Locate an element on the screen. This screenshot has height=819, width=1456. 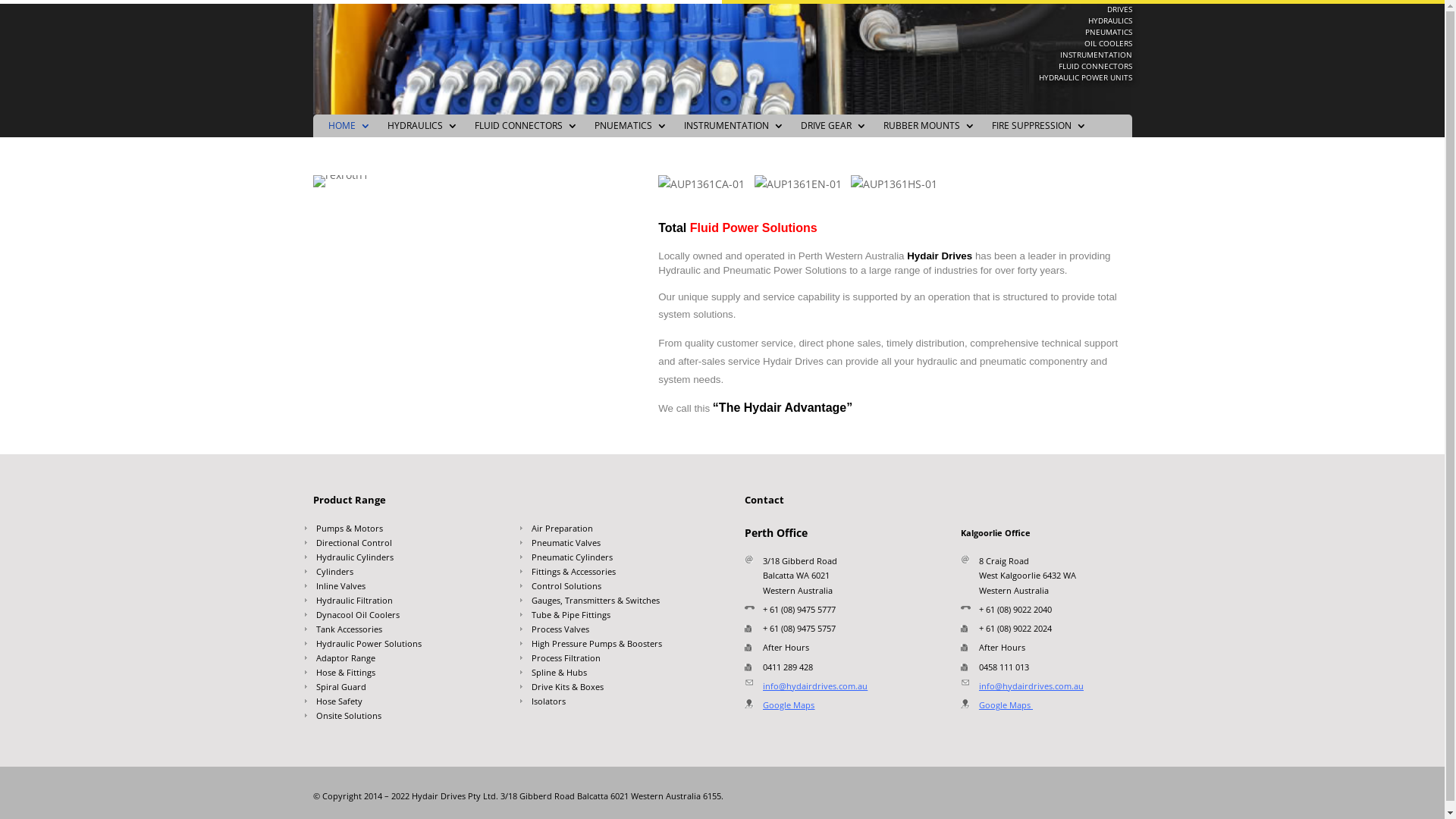
'Isolators' is located at coordinates (615, 704).